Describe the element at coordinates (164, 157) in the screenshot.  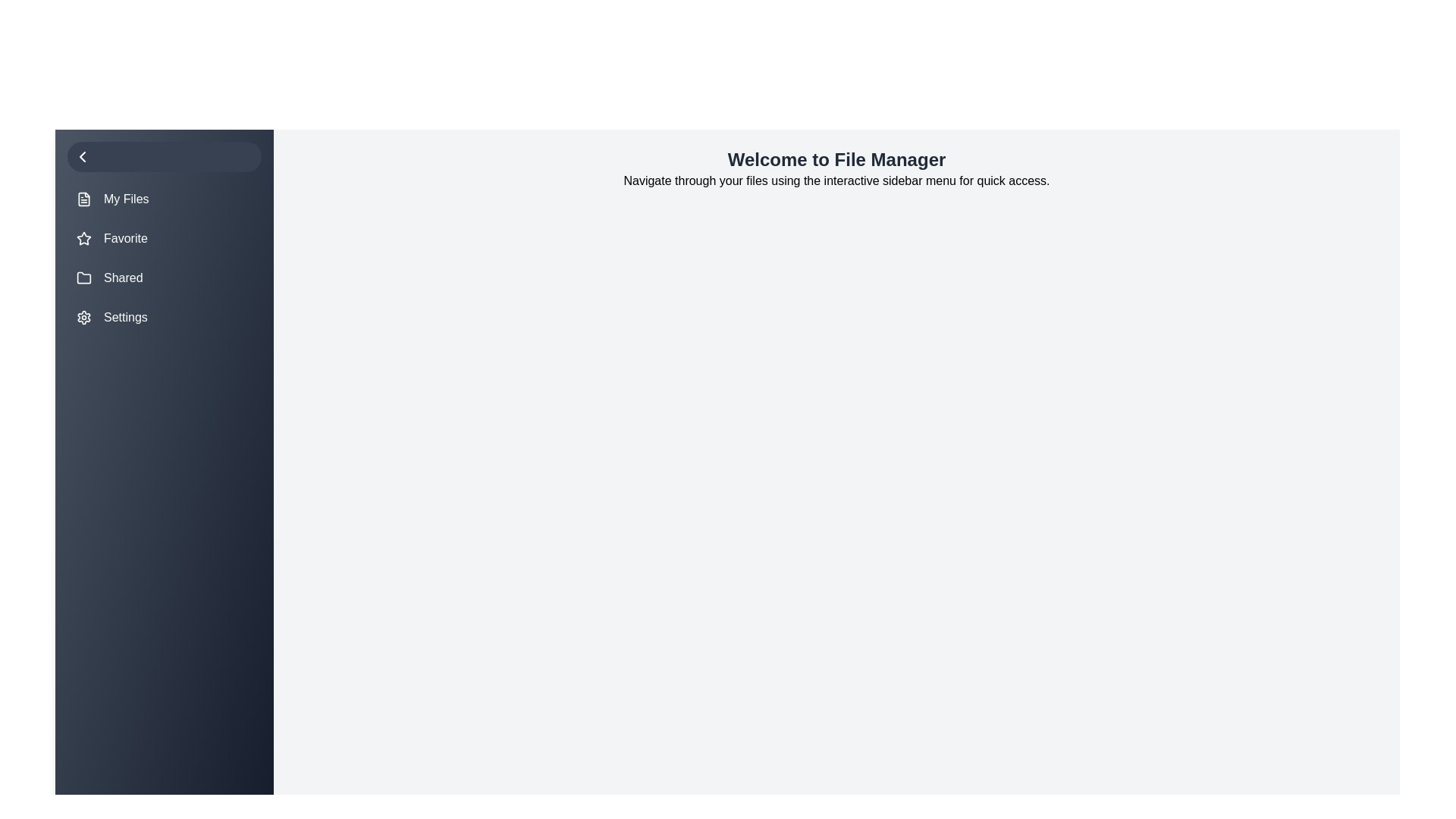
I see `arrow button to toggle the drawer` at that location.